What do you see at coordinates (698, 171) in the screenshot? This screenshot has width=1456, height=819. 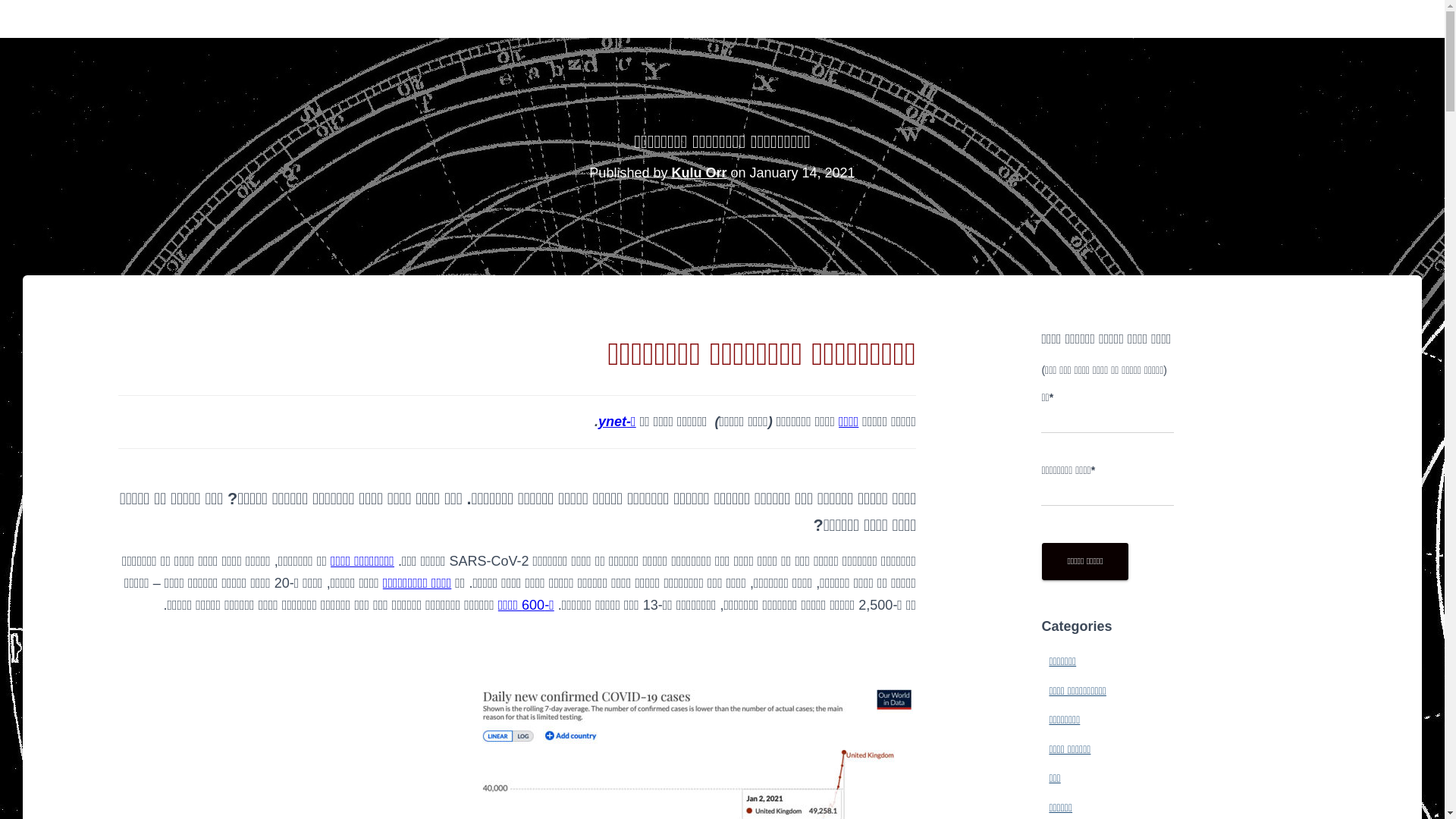 I see `'Kulu Orr'` at bounding box center [698, 171].